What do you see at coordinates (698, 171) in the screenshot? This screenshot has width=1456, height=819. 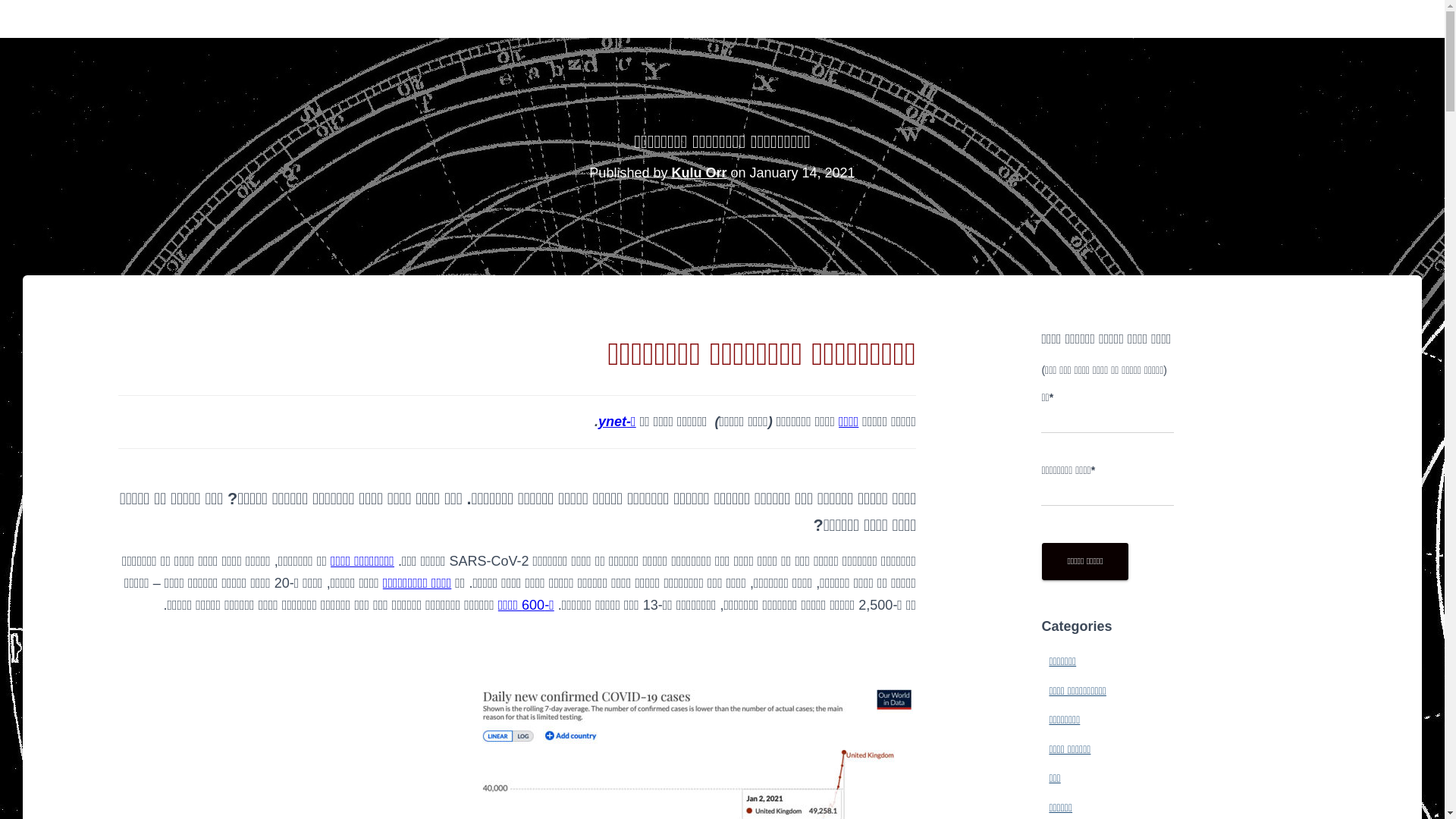 I see `'Kulu Orr'` at bounding box center [698, 171].